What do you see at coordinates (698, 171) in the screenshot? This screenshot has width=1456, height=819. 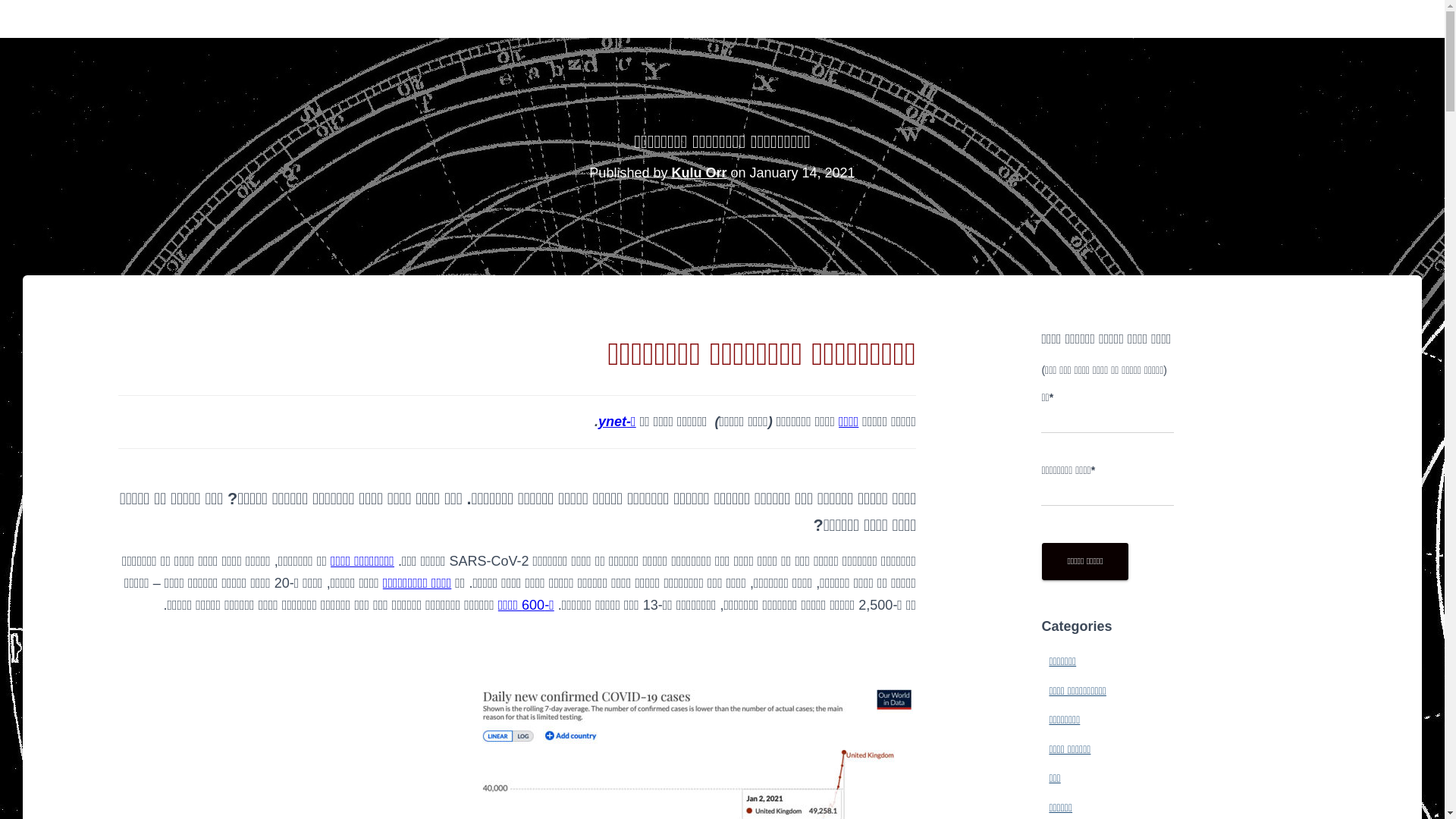 I see `'Kulu Orr'` at bounding box center [698, 171].